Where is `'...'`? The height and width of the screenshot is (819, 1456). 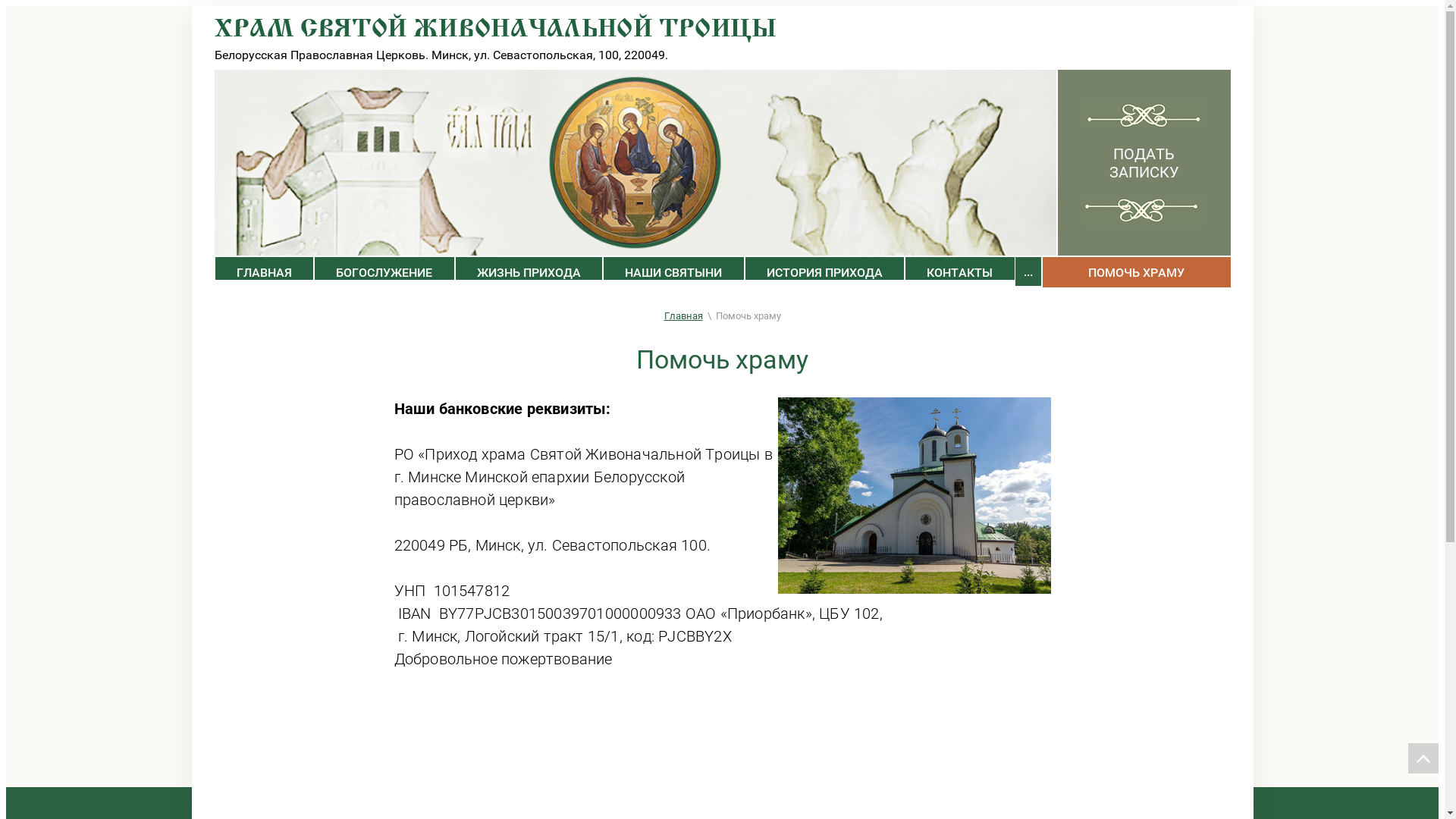
'...' is located at coordinates (1028, 271).